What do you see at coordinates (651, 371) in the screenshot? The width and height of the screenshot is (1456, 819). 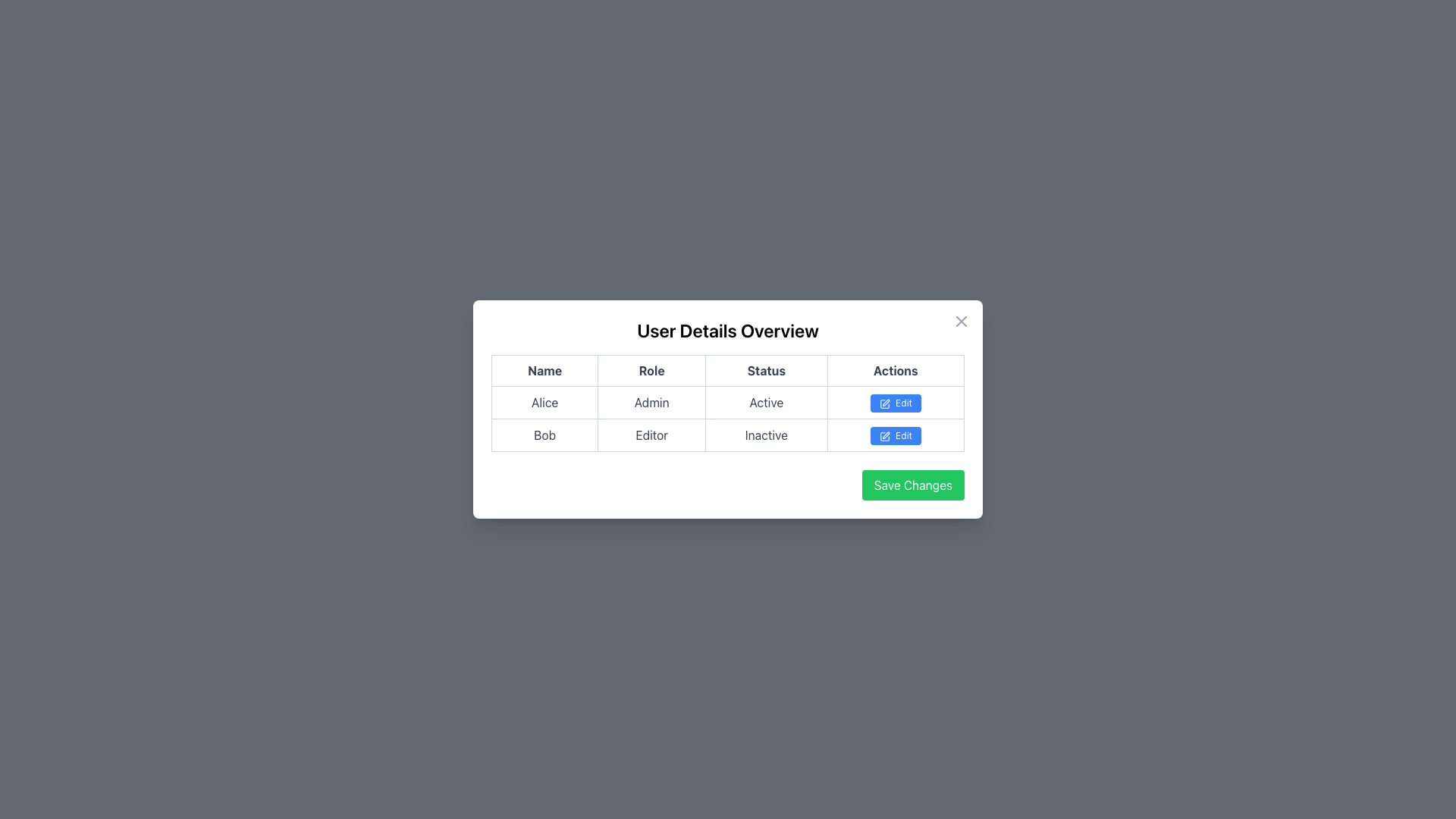 I see `the 'Role' column header cell in the table to identify the 'Role' column` at bounding box center [651, 371].